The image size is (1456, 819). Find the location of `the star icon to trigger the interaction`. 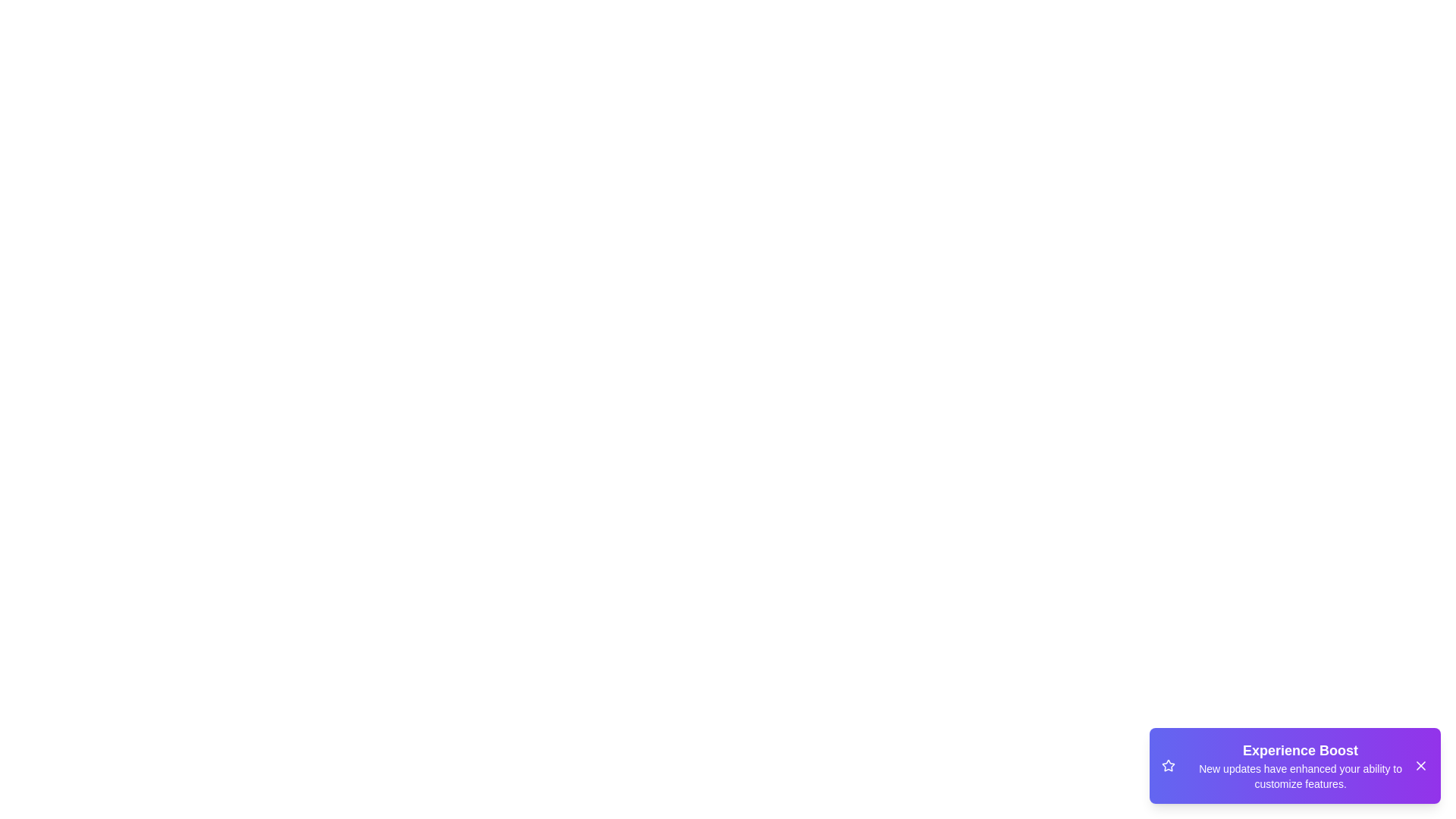

the star icon to trigger the interaction is located at coordinates (1167, 766).